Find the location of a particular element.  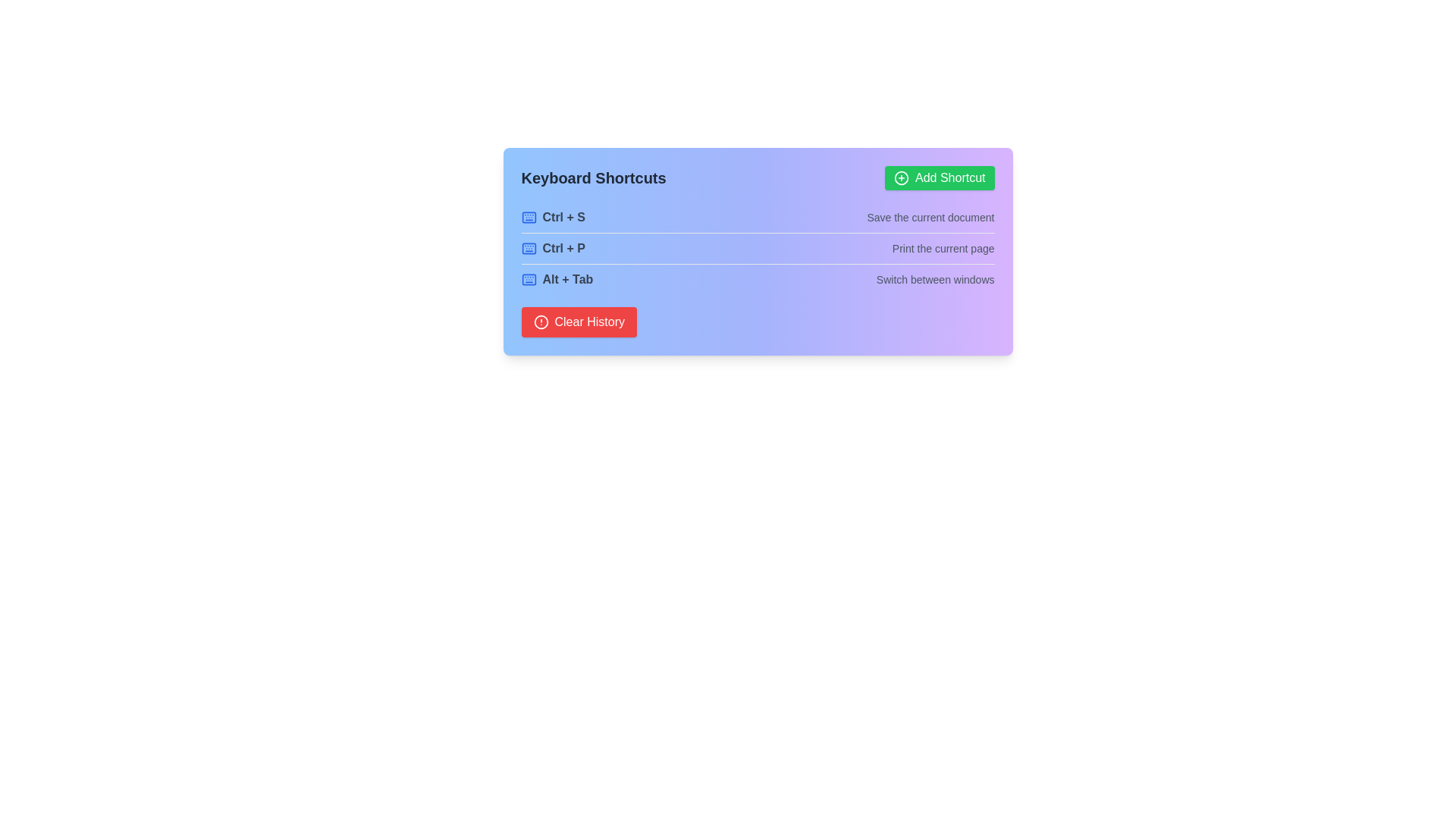

the text label that describes the function of the 'Ctrl + S' keyboard shortcut, which is to save the current document is located at coordinates (930, 217).